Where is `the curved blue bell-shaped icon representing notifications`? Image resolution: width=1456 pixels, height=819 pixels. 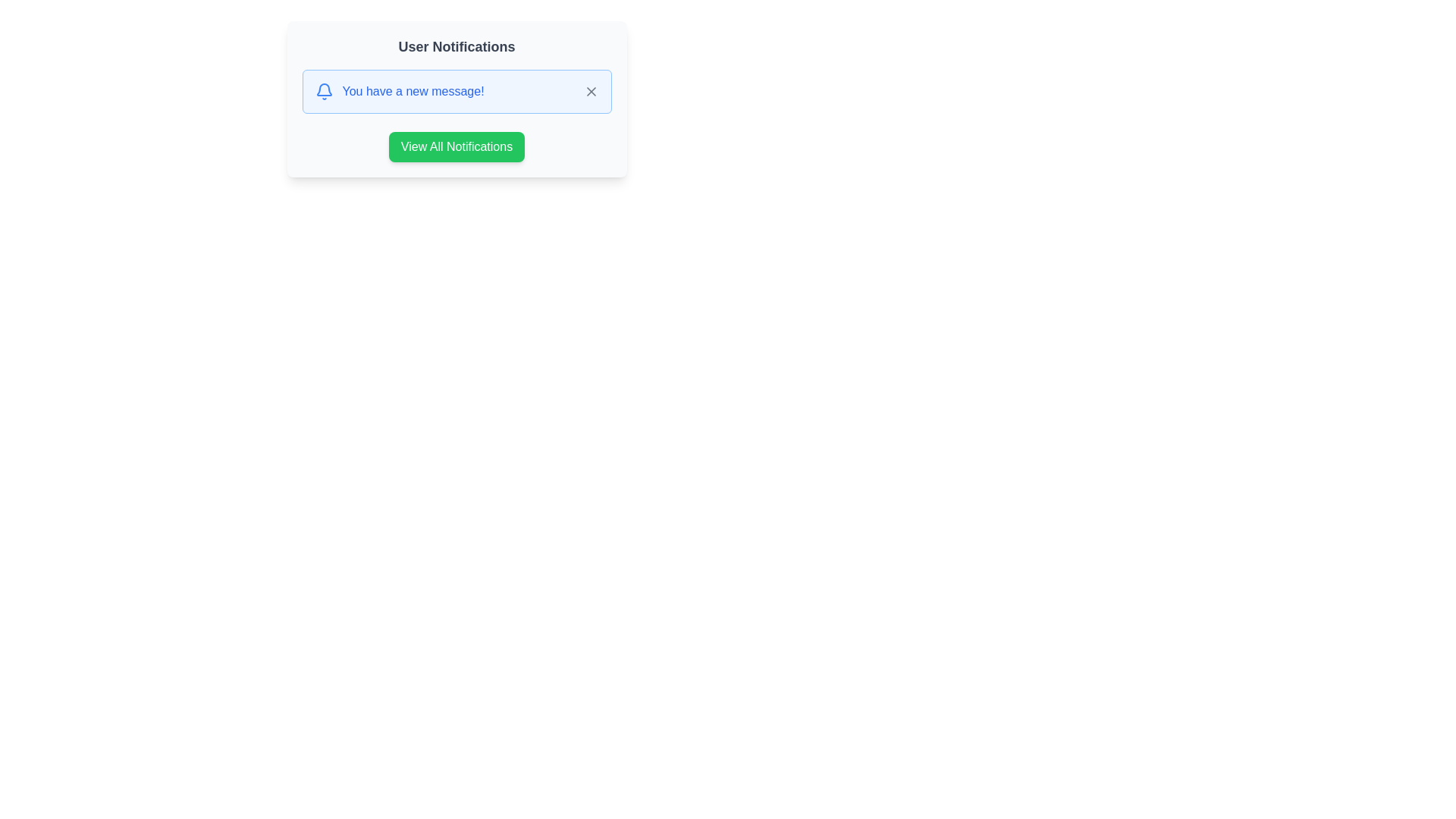
the curved blue bell-shaped icon representing notifications is located at coordinates (323, 89).